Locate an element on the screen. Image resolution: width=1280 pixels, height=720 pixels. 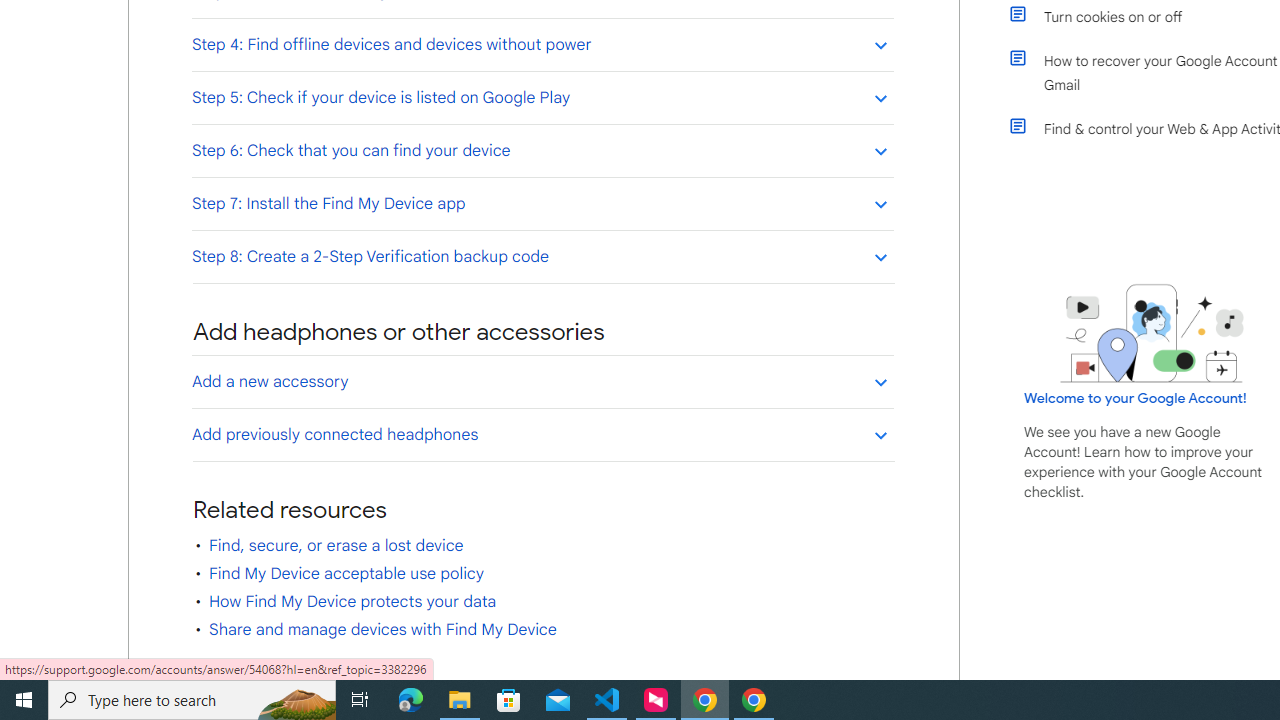
'Learning Center home page image' is located at coordinates (1152, 332).